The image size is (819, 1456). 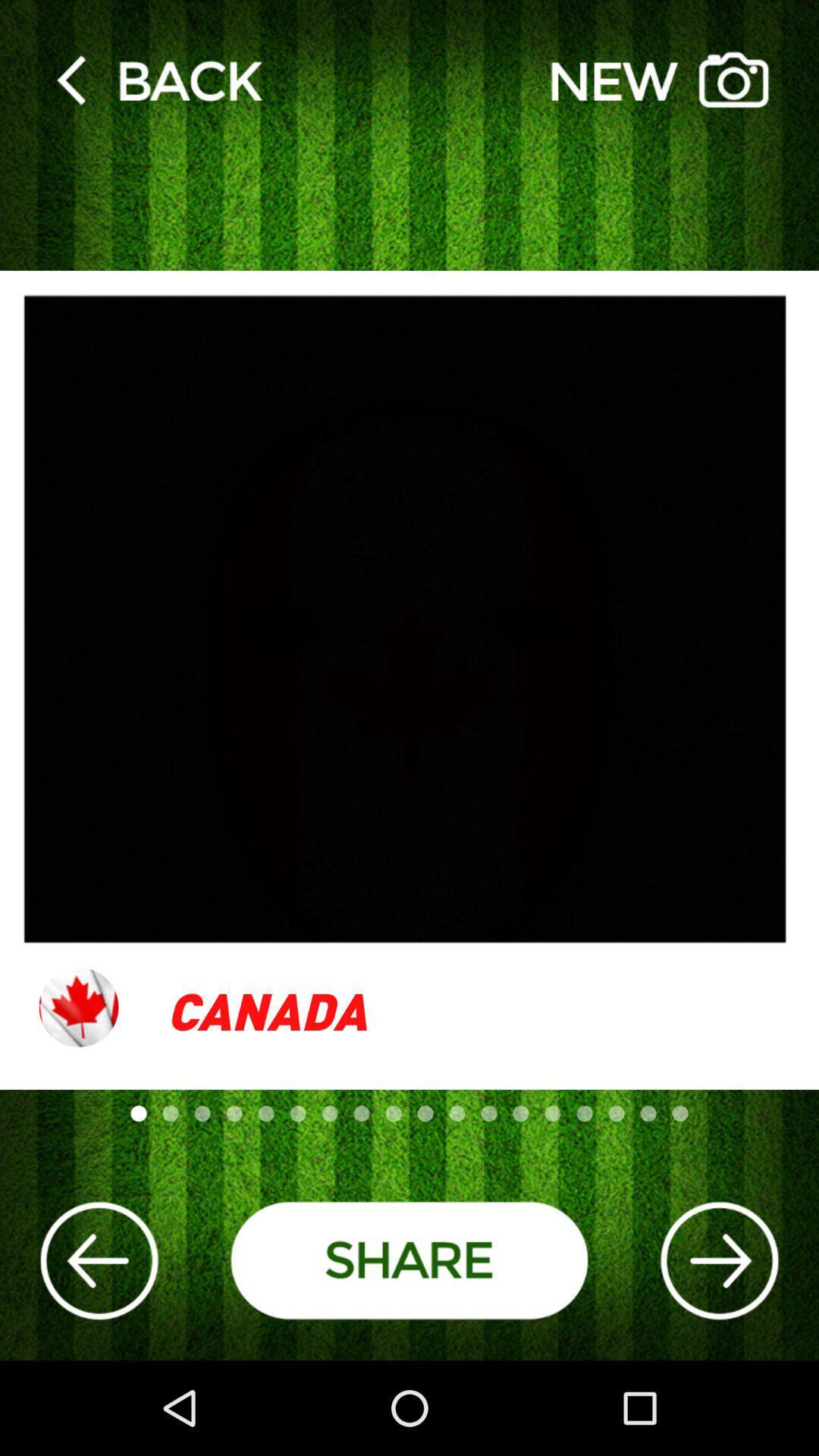 What do you see at coordinates (99, 1260) in the screenshot?
I see `the arrow_backward icon` at bounding box center [99, 1260].